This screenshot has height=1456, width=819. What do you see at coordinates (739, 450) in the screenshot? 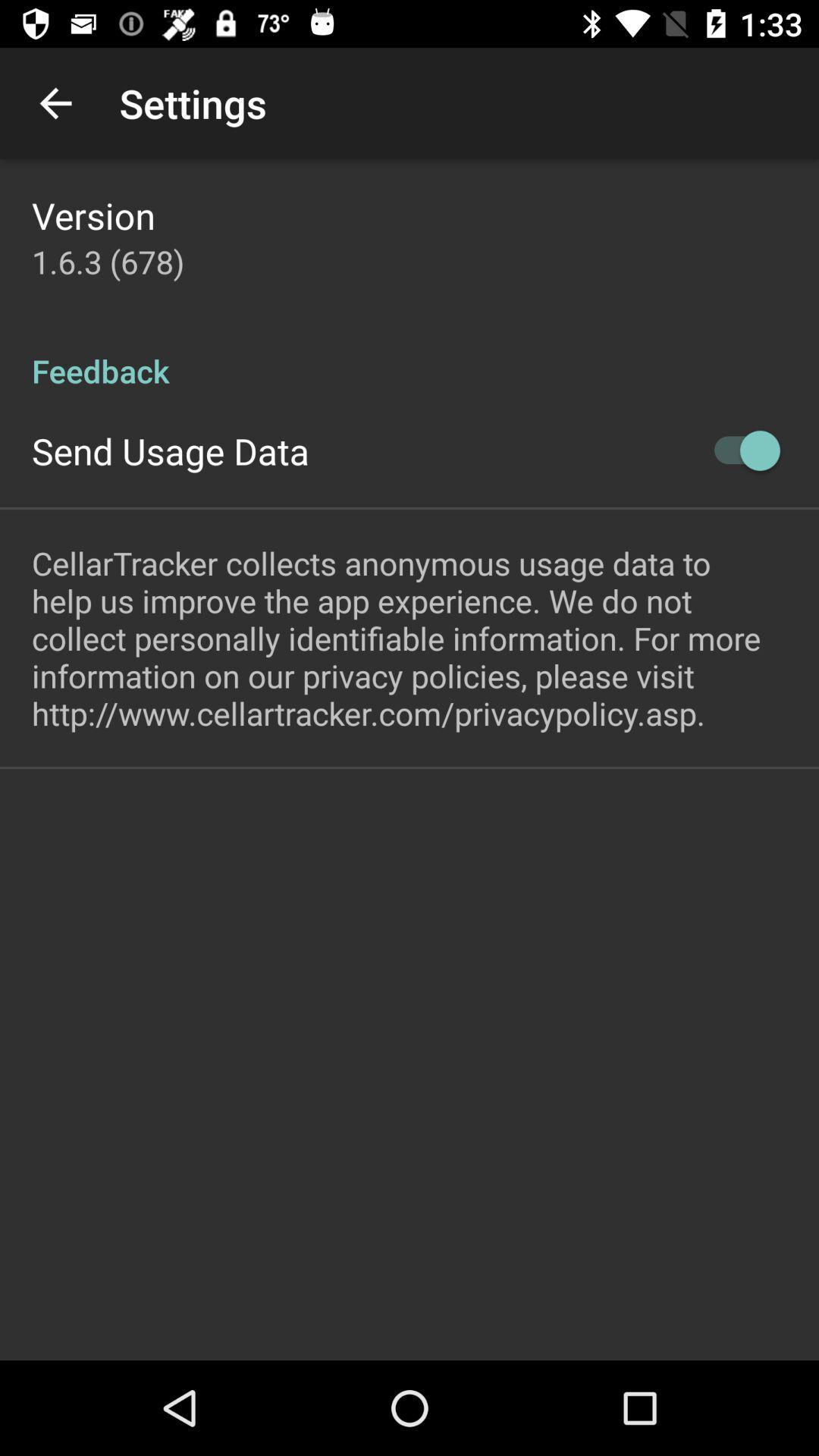
I see `the icon above cellartracker collects anonymous item` at bounding box center [739, 450].